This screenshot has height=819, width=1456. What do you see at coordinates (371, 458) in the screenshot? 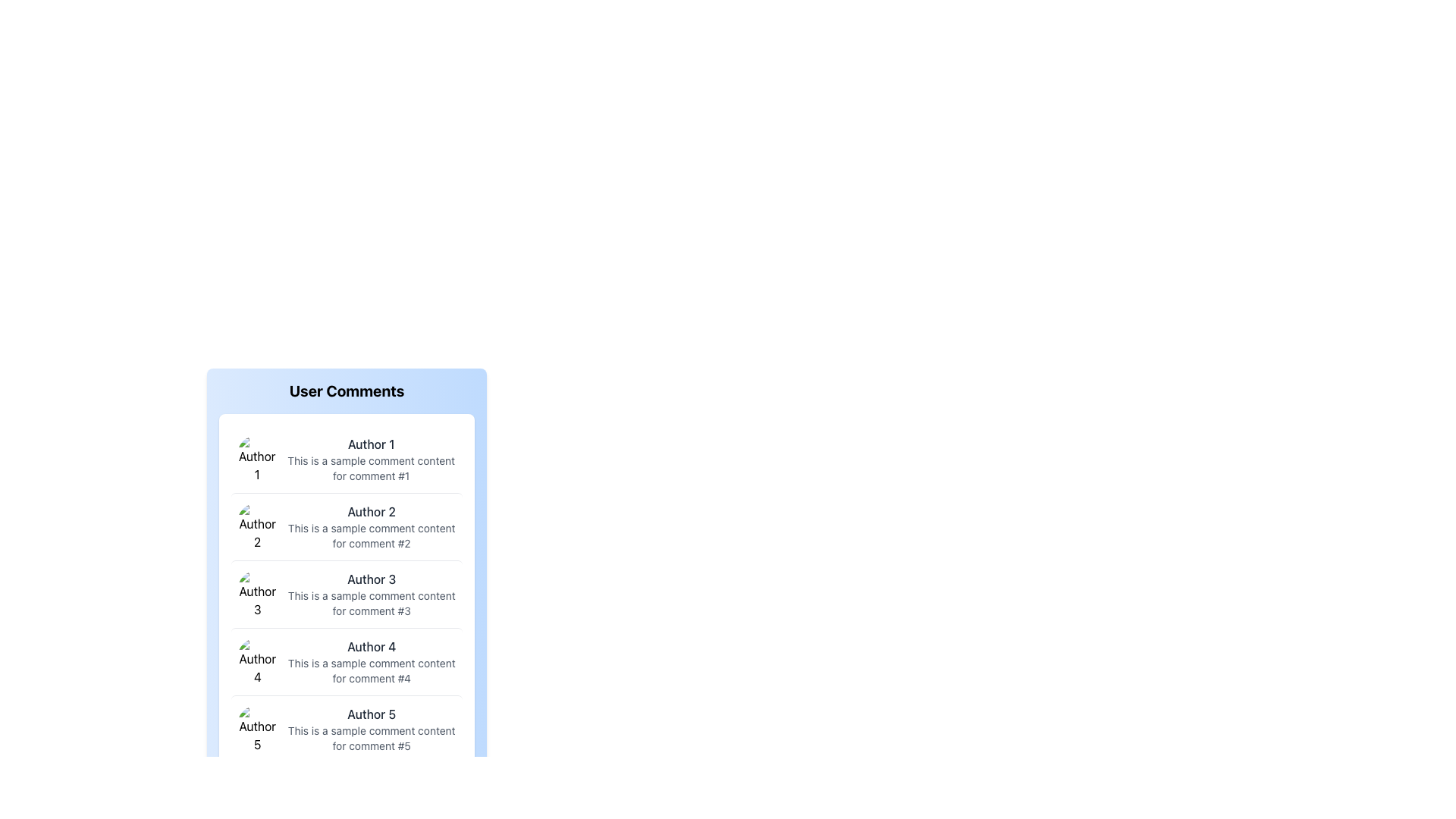
I see `the user comment element displaying 'Author 1' and 'This is a sample comment content for comment #1', which is the first comment in the list of user comments` at bounding box center [371, 458].